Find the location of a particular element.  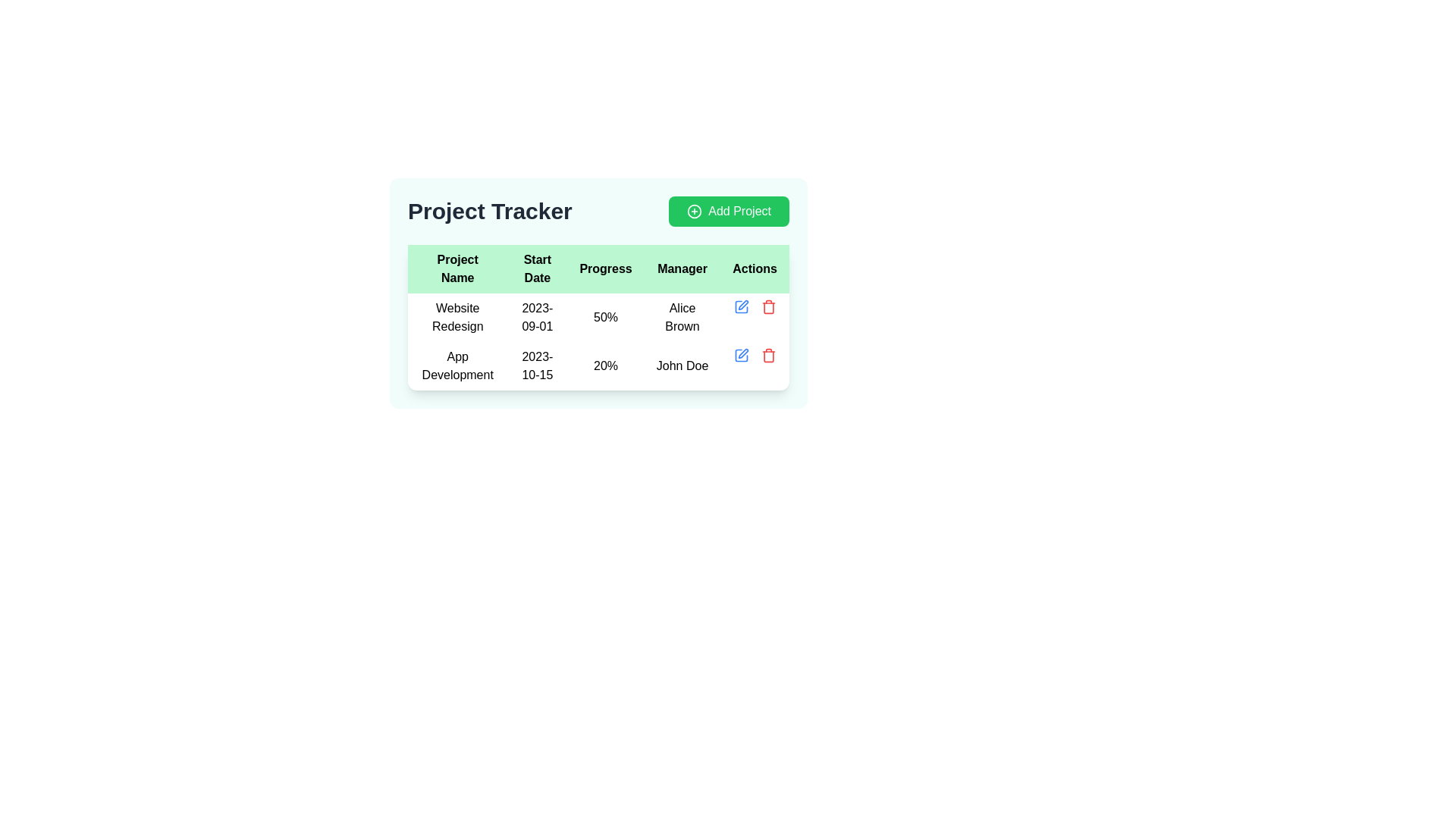

column labels from the table header row, which has a green background and includes headers: 'Project Name', 'Start Date', 'Progress', 'Manager', and 'Actions' is located at coordinates (598, 268).